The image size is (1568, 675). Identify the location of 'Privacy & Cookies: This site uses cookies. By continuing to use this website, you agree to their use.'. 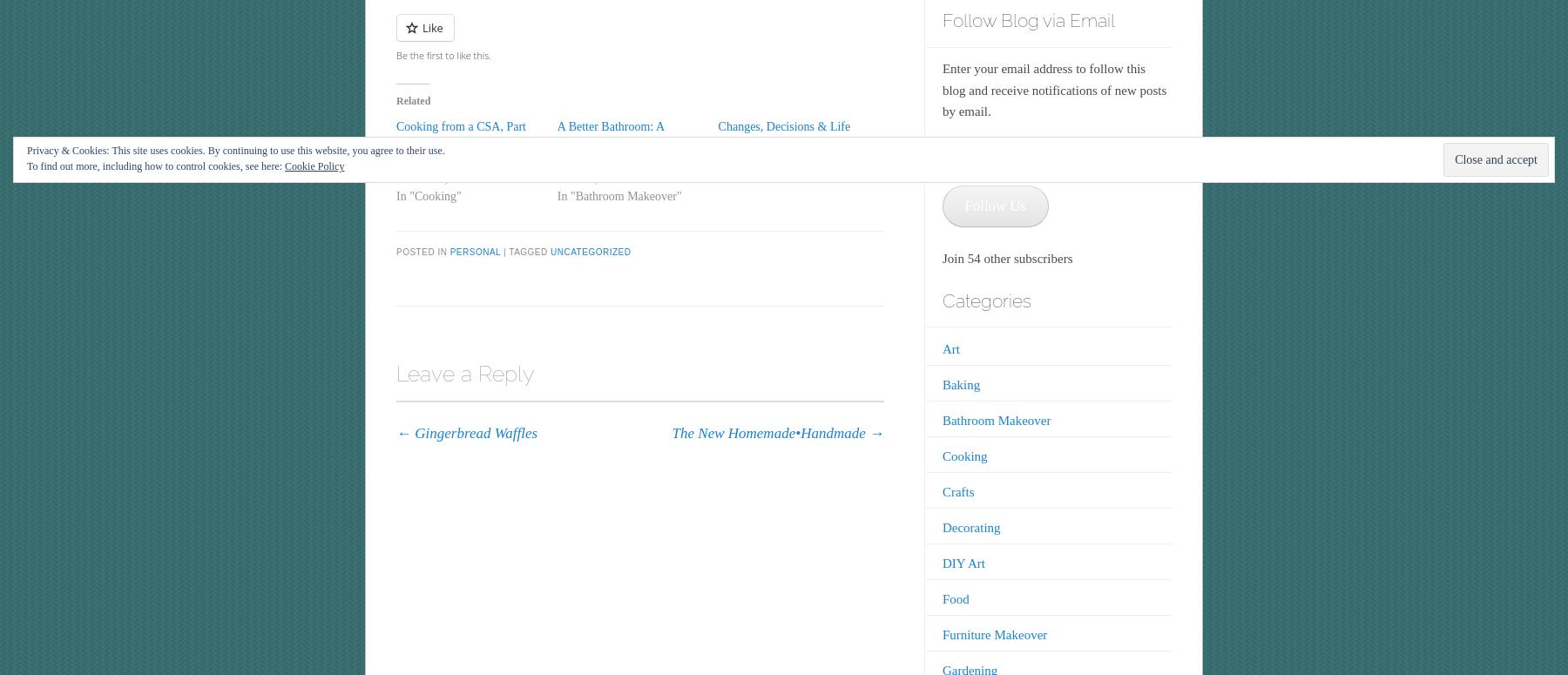
(234, 149).